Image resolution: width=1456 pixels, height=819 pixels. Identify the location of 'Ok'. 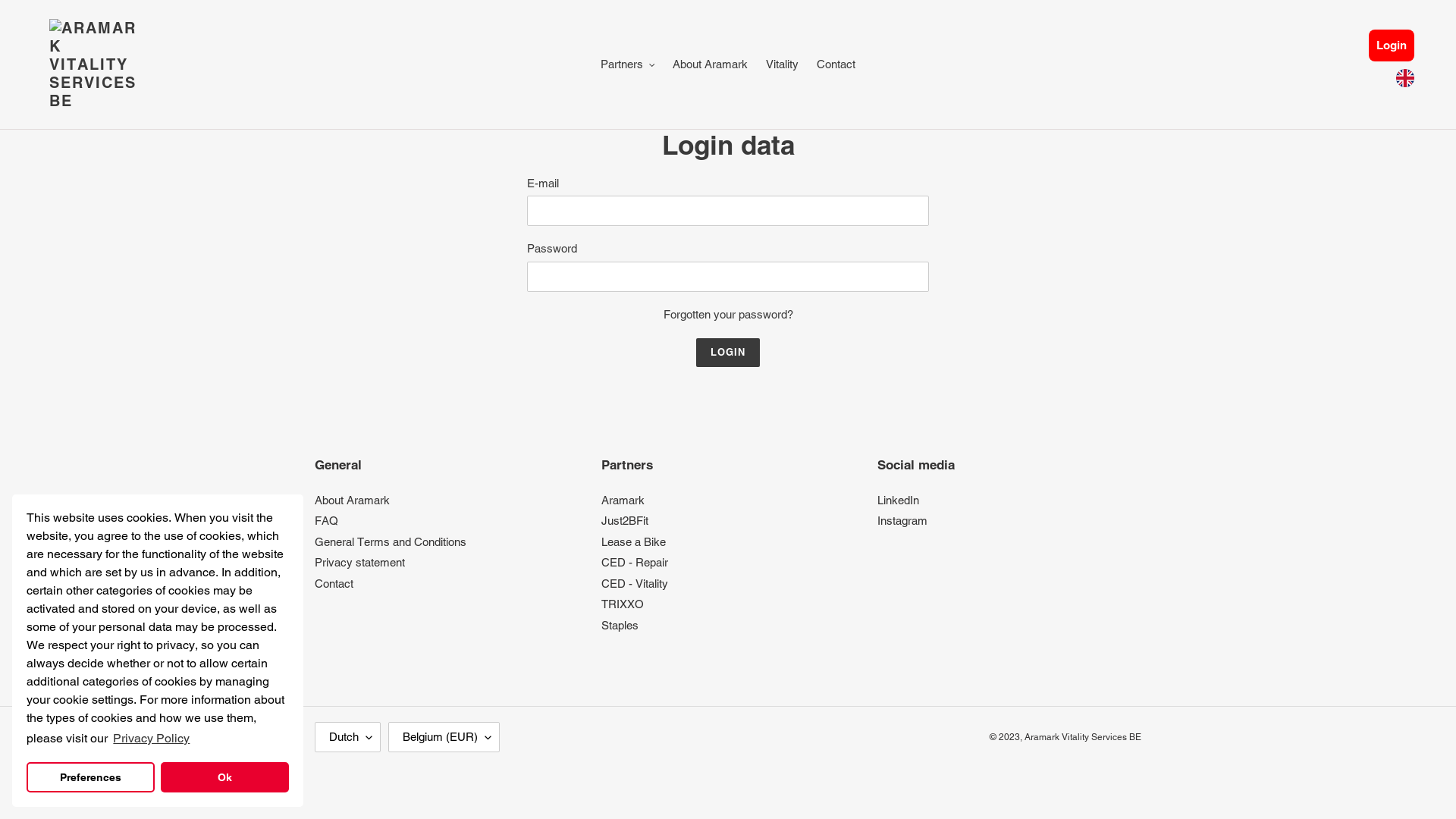
(224, 777).